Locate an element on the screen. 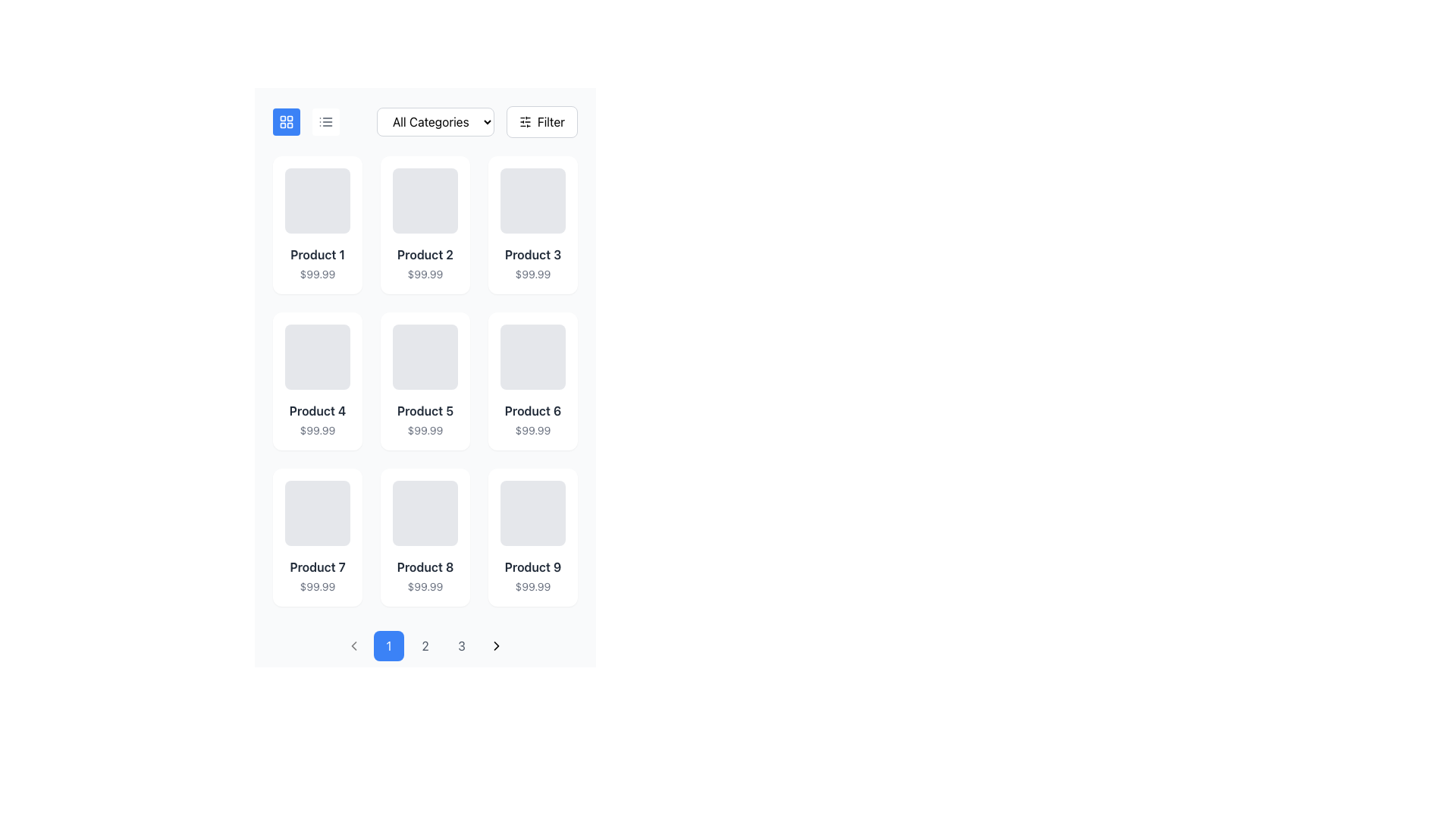 The width and height of the screenshot is (1456, 819). the product card for 'Product 8' priced at $99.99 is located at coordinates (425, 537).